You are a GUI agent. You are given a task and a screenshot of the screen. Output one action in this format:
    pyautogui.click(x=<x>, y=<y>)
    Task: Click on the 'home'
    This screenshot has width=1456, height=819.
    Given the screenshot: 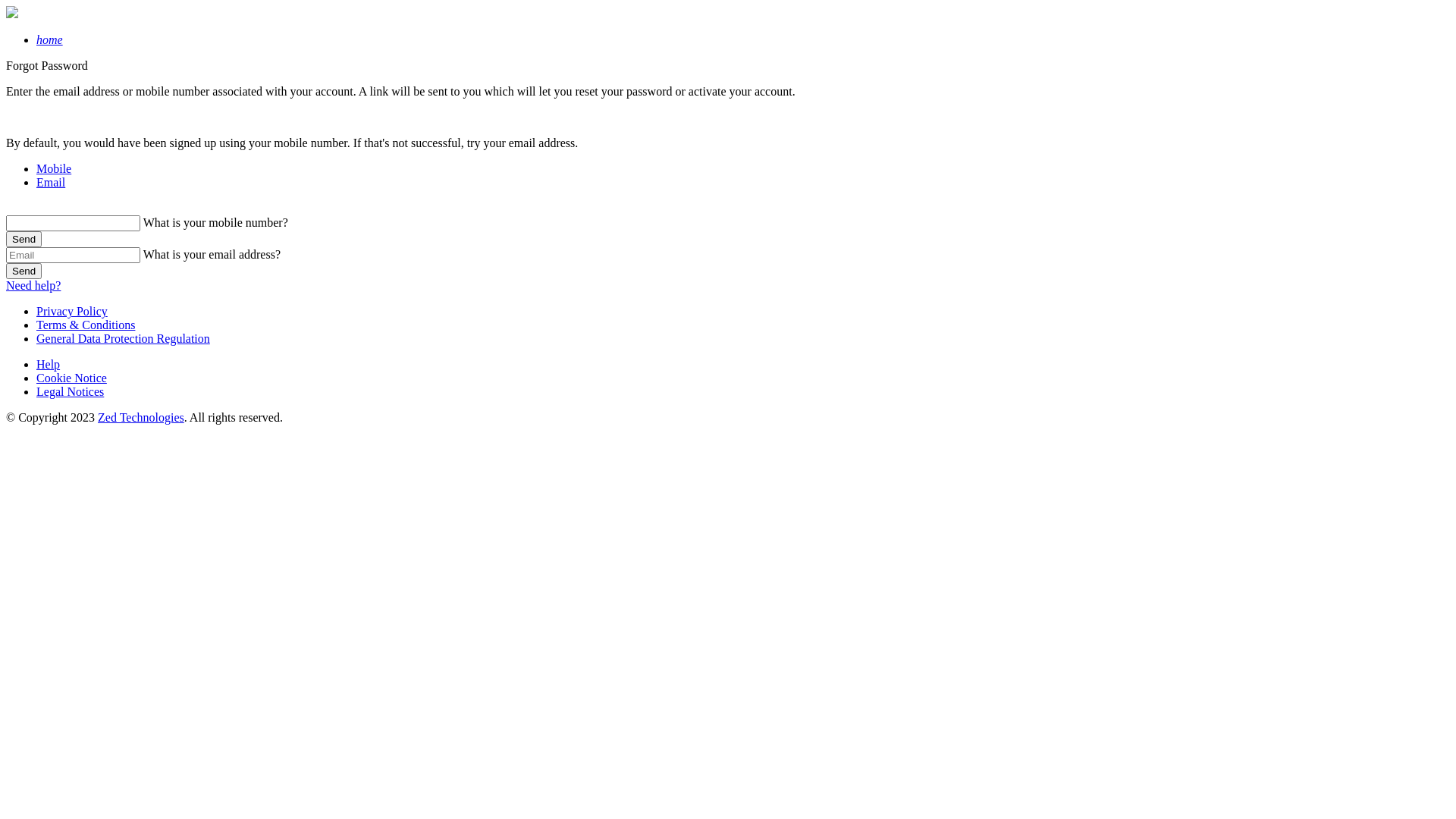 What is the action you would take?
    pyautogui.click(x=49, y=39)
    